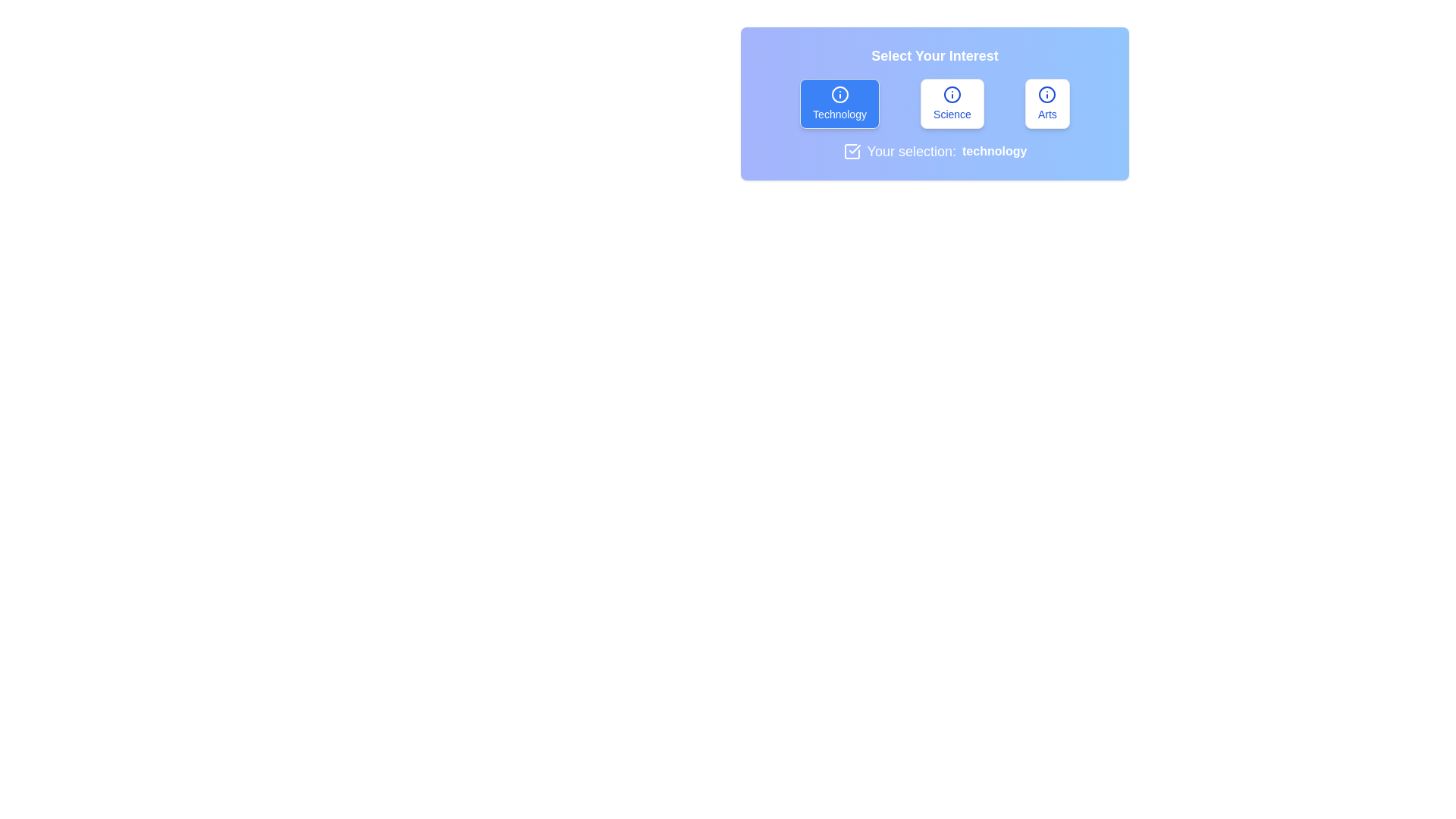 The image size is (1456, 819). What do you see at coordinates (839, 103) in the screenshot?
I see `the 'Technology' button to select it` at bounding box center [839, 103].